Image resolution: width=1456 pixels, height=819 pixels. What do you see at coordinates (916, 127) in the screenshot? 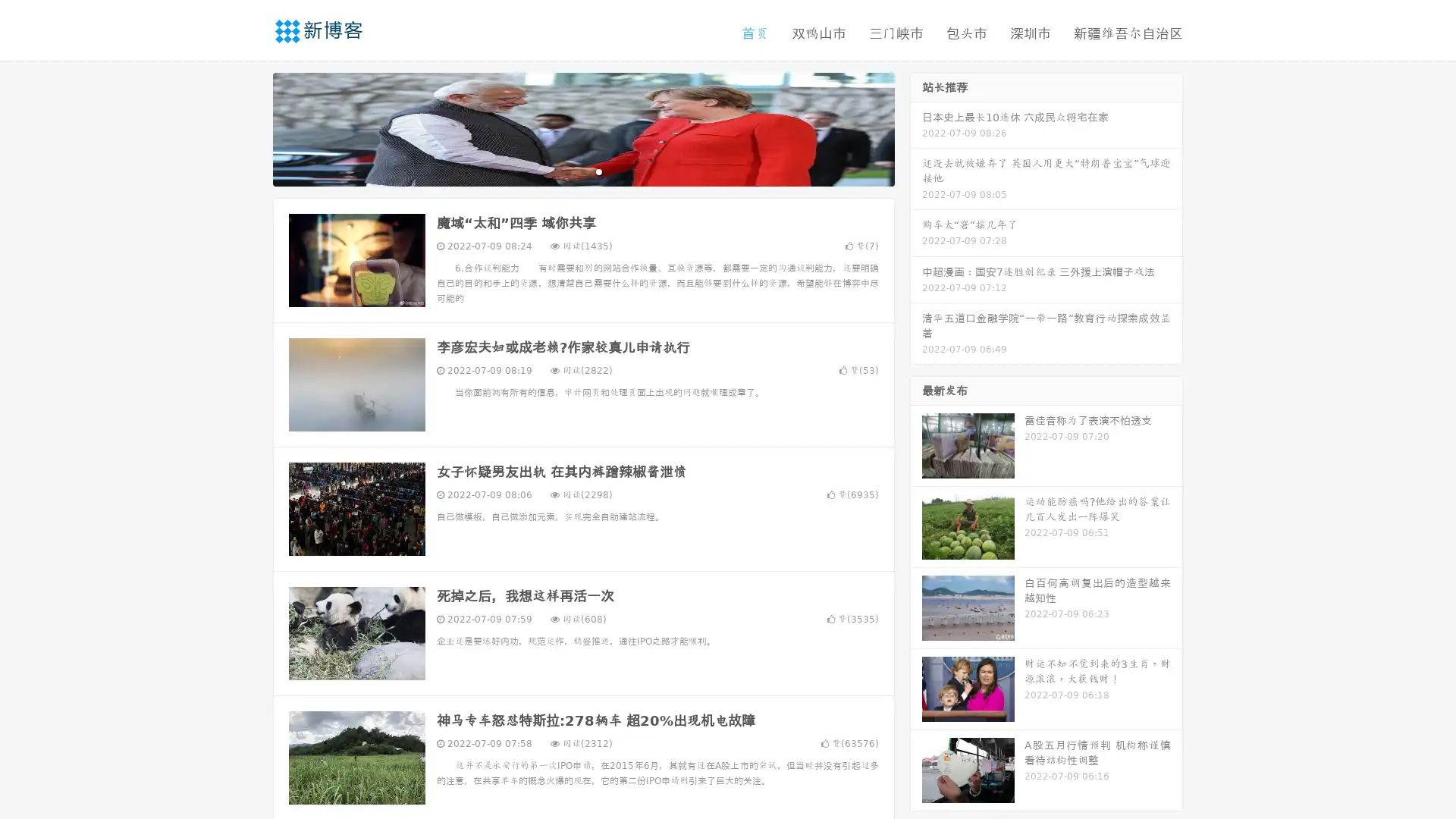
I see `Next slide` at bounding box center [916, 127].